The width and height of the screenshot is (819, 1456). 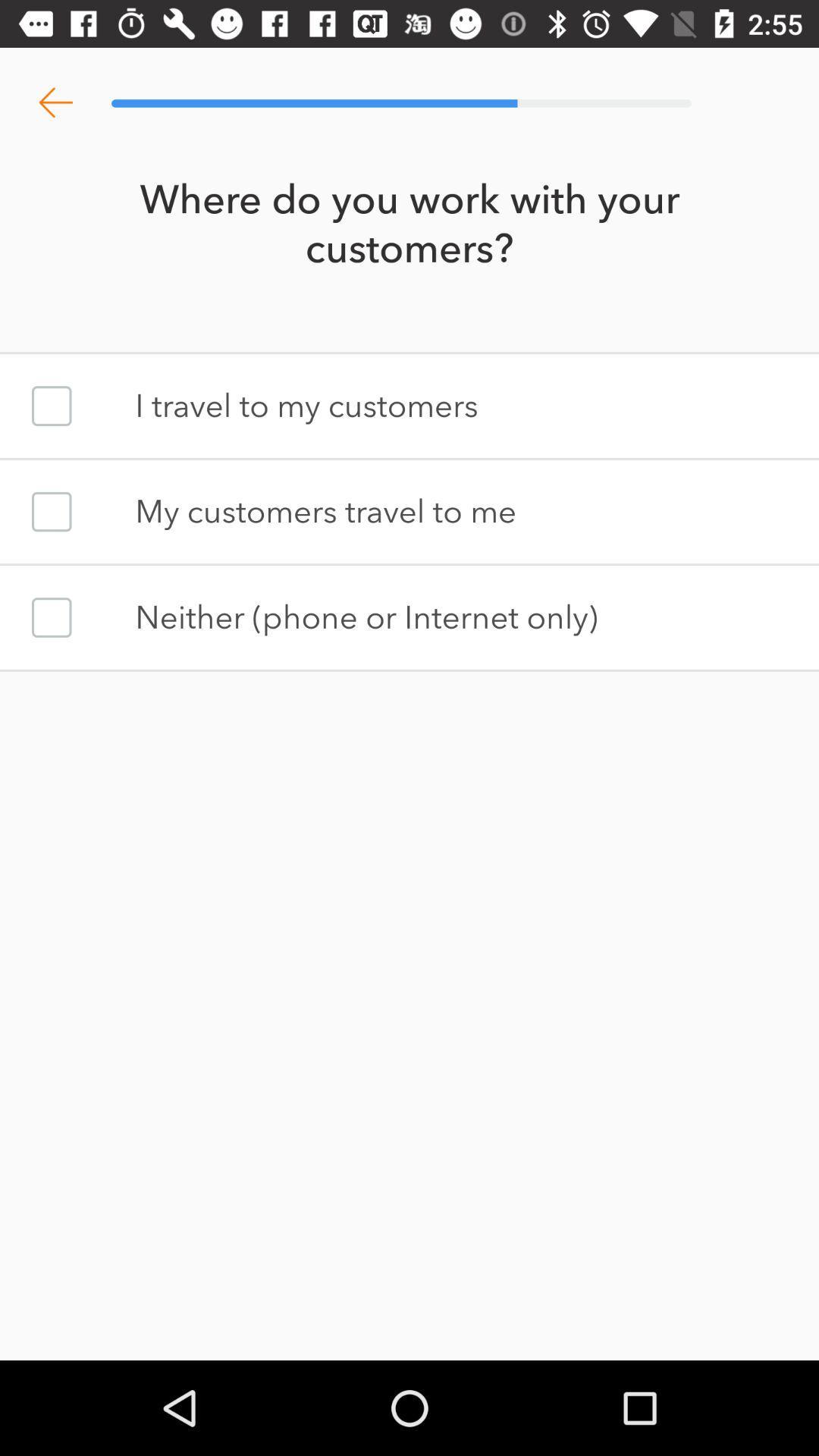 I want to click on choose where you do work with your customers, so click(x=51, y=406).